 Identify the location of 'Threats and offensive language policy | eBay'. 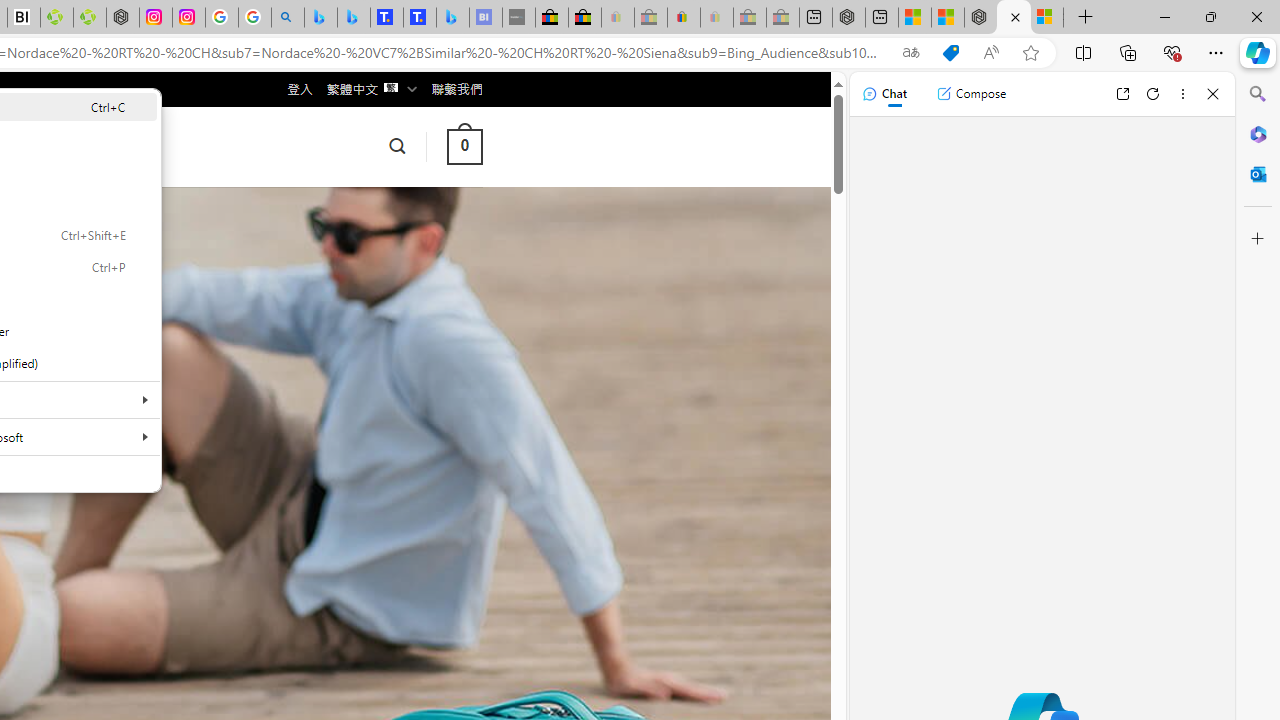
(684, 17).